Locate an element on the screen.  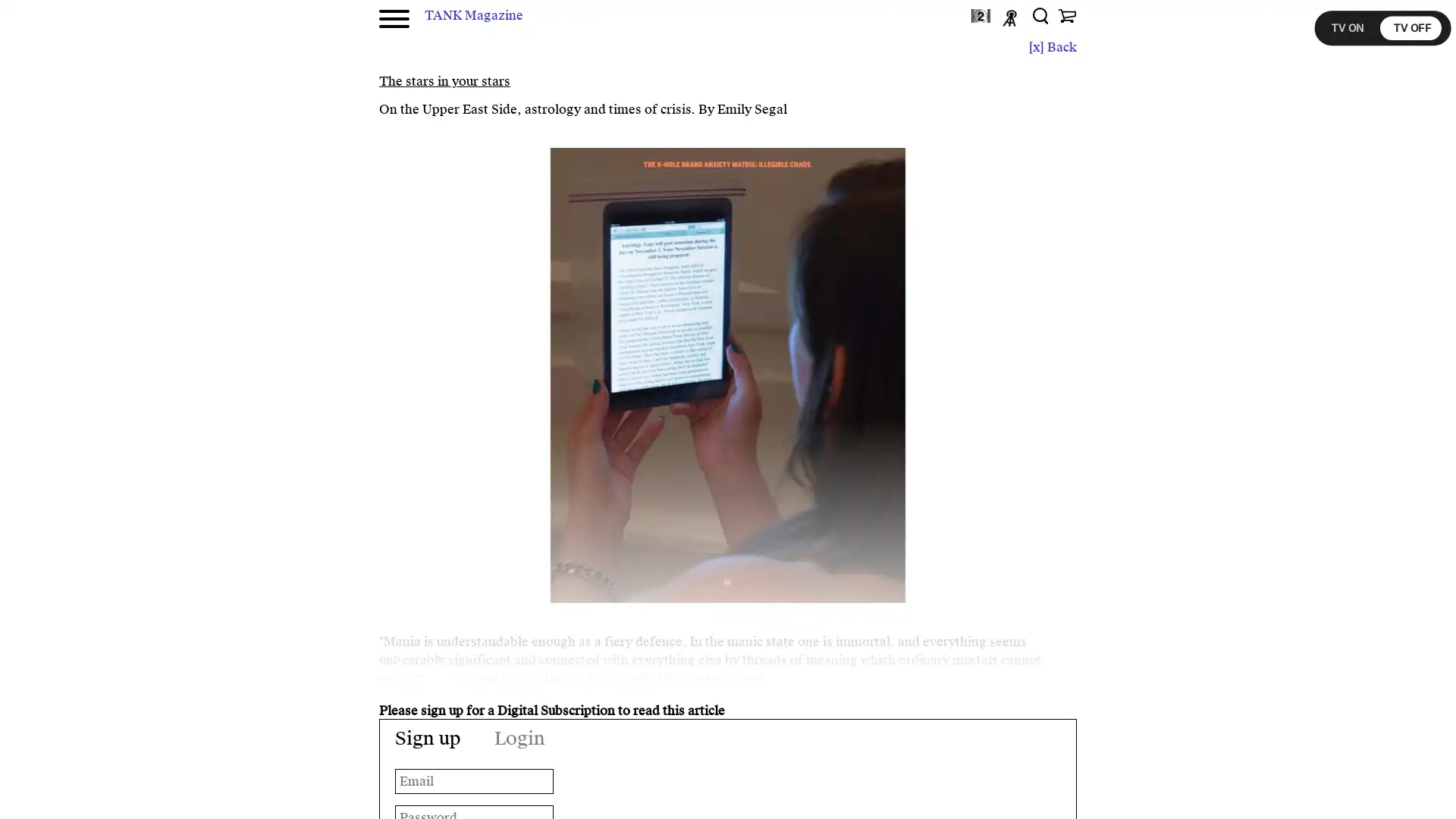
TANKtv is located at coordinates (981, 15).